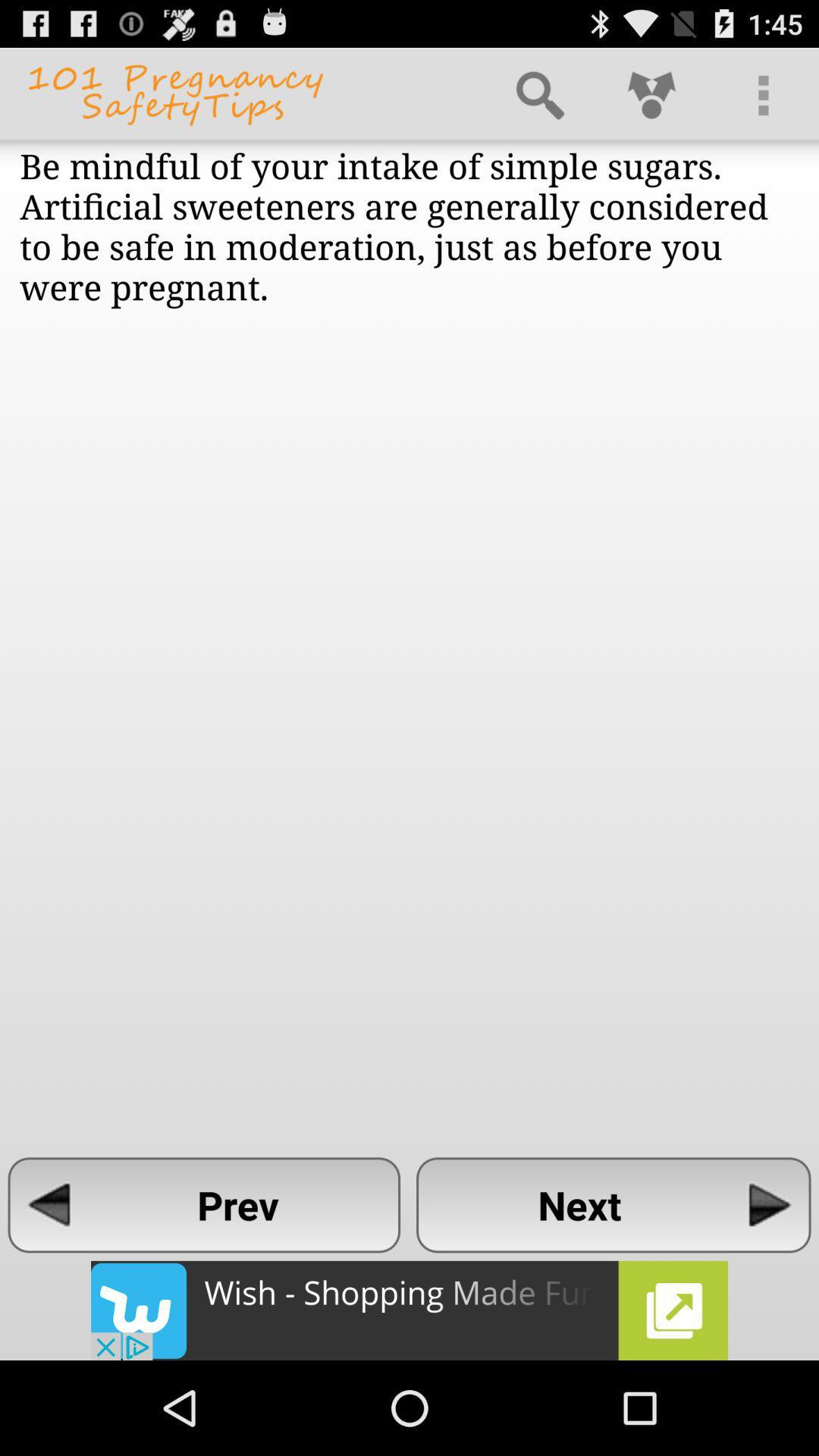  I want to click on advertisement, so click(409, 1310).